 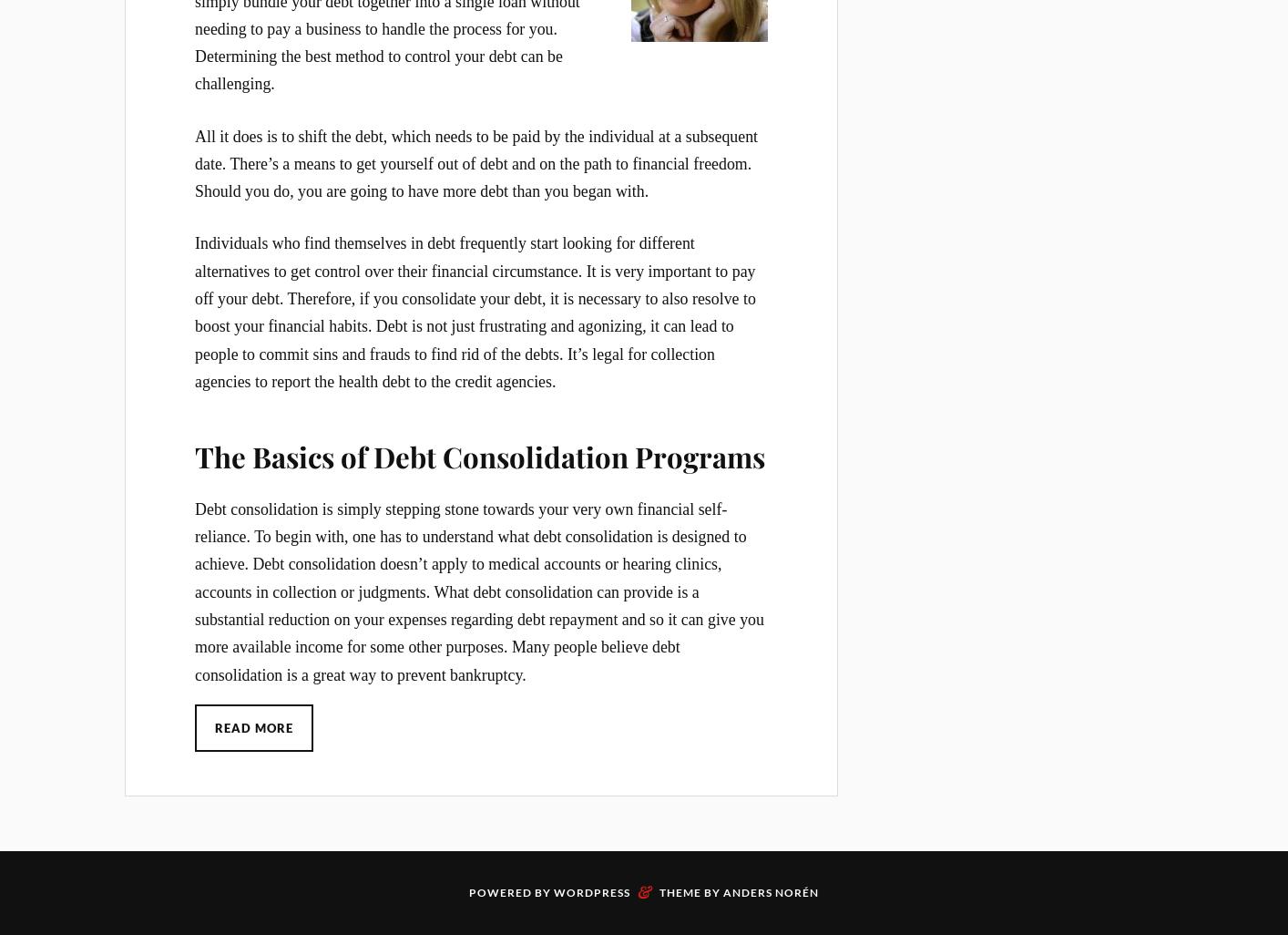 I want to click on 'Anders Norén', so click(x=770, y=891).